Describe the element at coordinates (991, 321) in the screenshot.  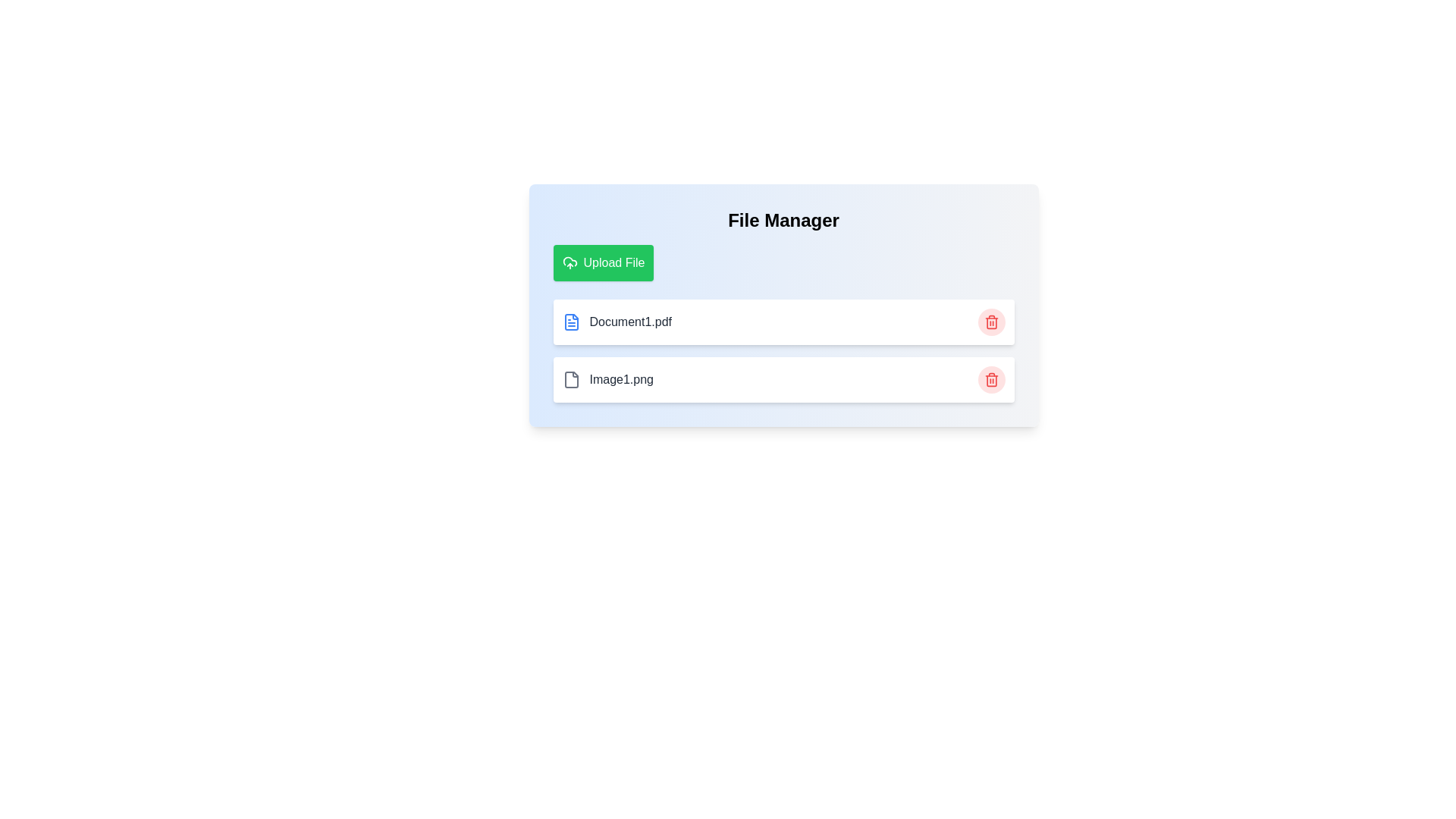
I see `the delete button located at the far right of the file entry row for 'Document1.pdf'` at that location.